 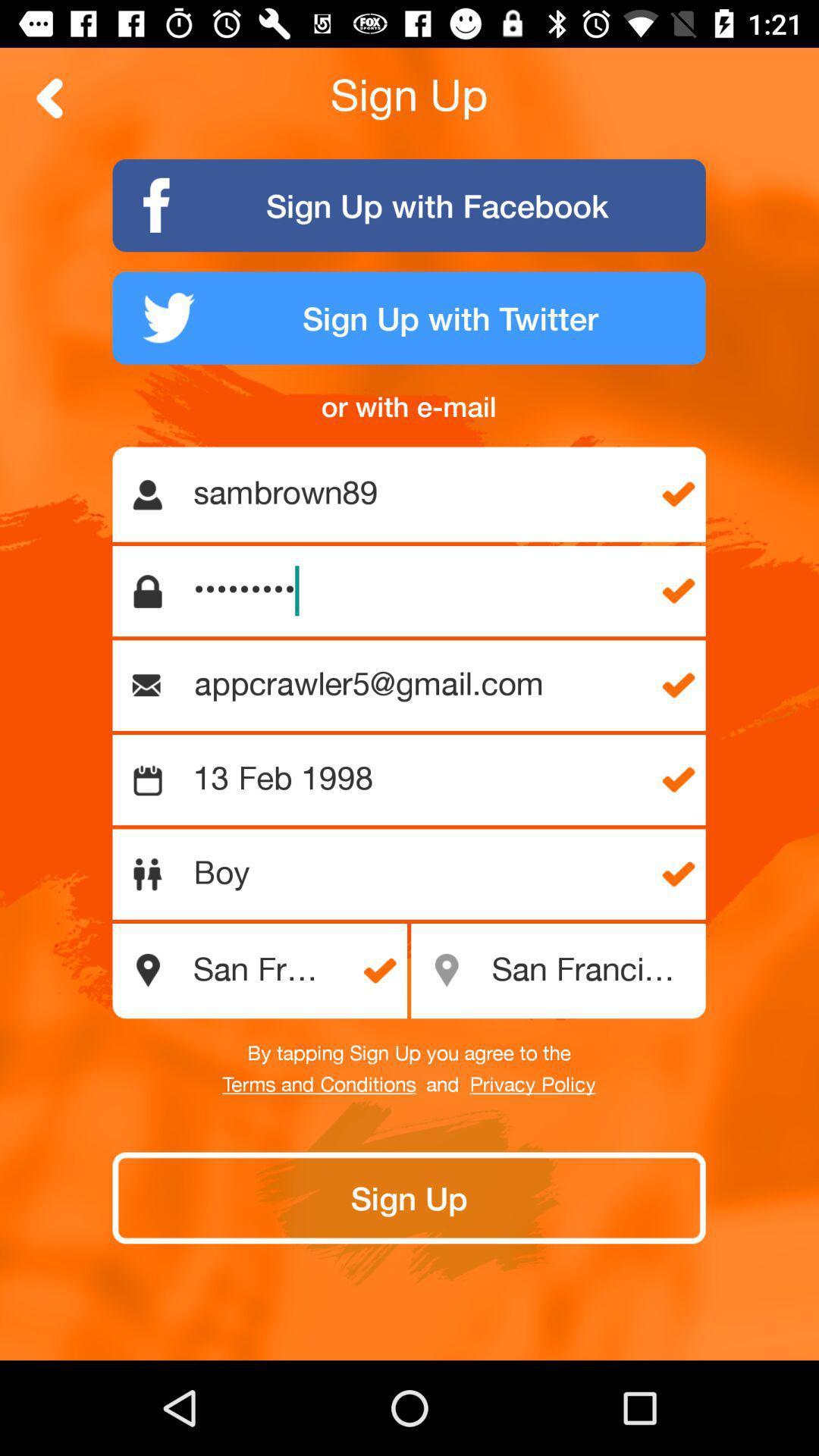 What do you see at coordinates (49, 97) in the screenshot?
I see `go back` at bounding box center [49, 97].